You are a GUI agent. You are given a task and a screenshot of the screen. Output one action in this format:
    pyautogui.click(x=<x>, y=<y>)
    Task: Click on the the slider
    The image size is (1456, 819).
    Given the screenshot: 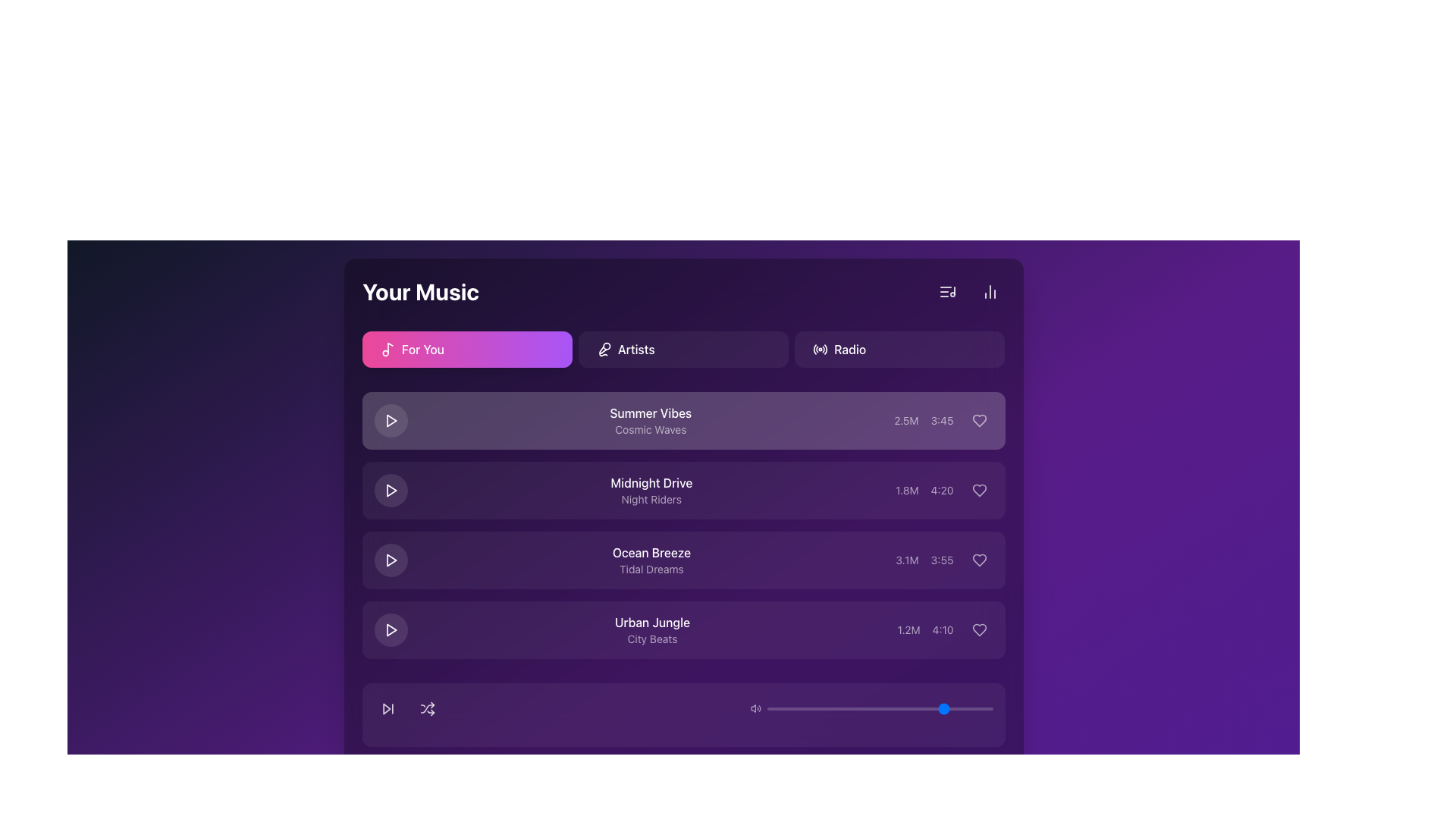 What is the action you would take?
    pyautogui.click(x=891, y=708)
    